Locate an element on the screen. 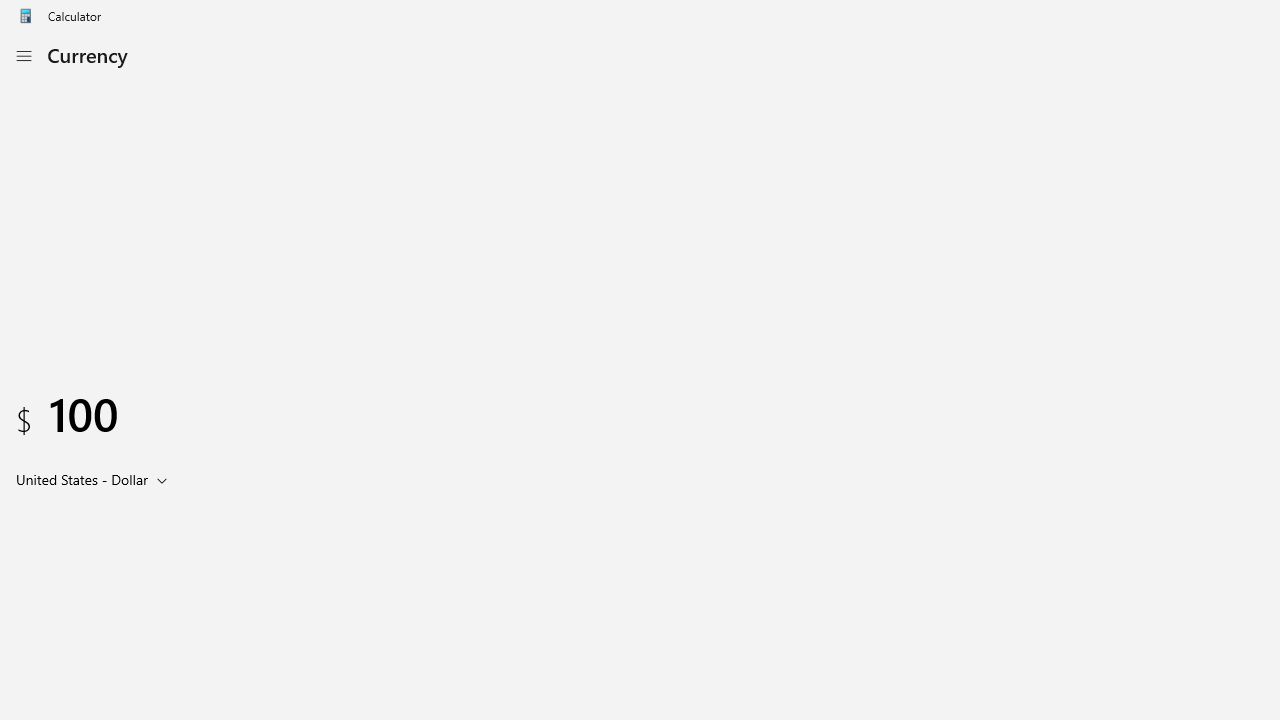  'United States Dollar' is located at coordinates (80, 479).